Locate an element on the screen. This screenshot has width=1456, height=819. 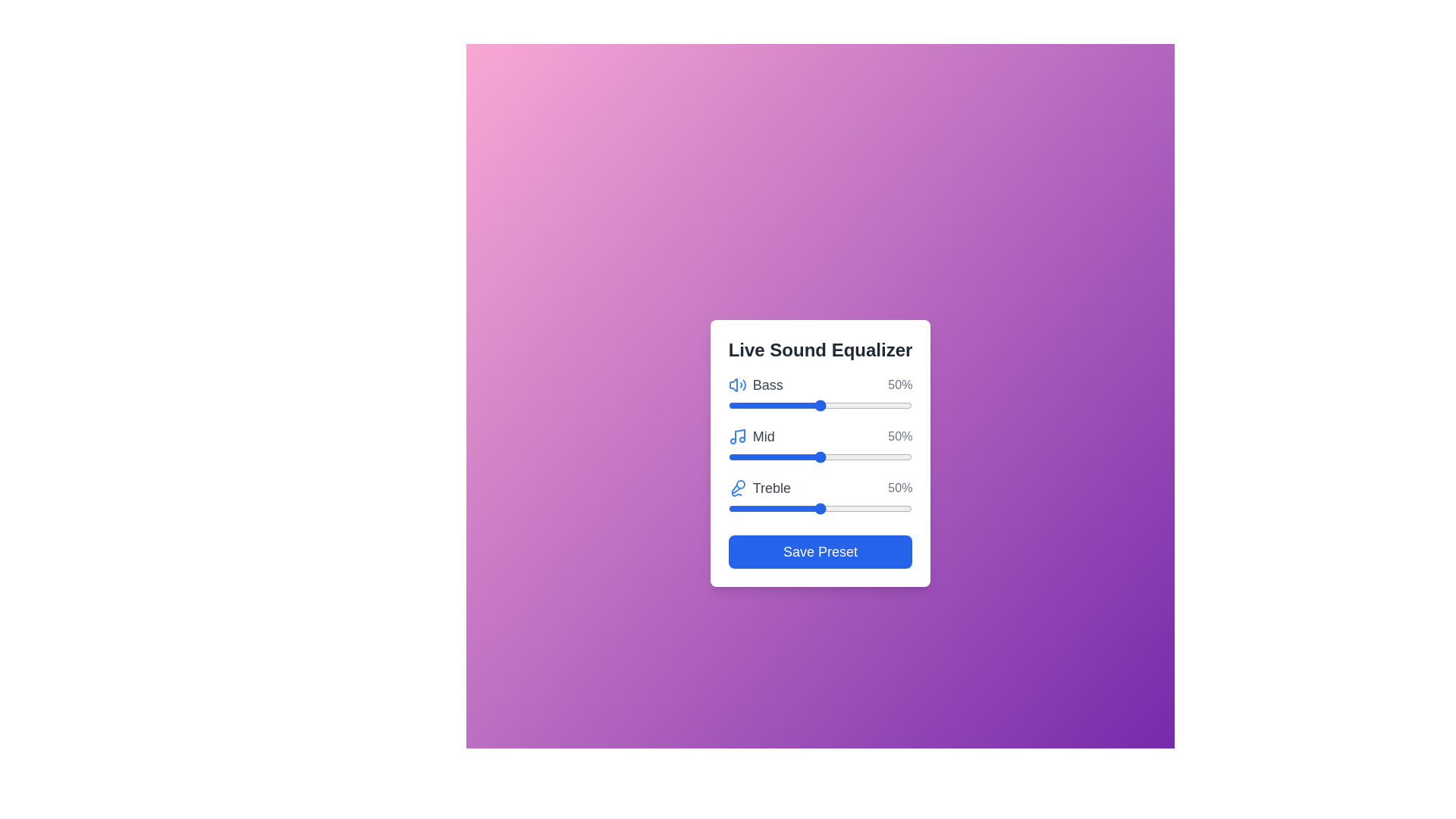
the 'Mid' slider to 12% is located at coordinates (750, 456).